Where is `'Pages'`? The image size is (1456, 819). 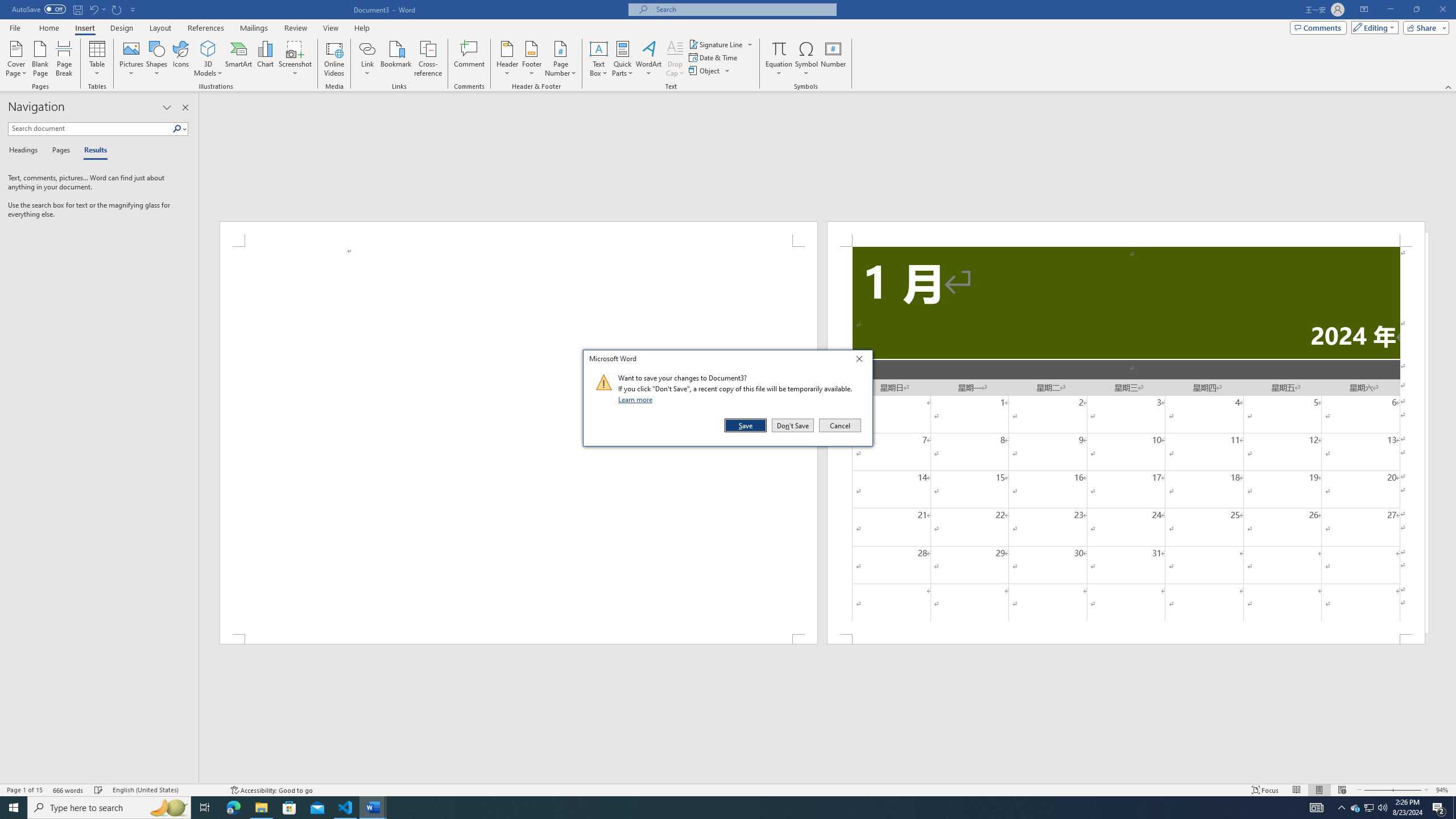
'Pages' is located at coordinates (59, 150).